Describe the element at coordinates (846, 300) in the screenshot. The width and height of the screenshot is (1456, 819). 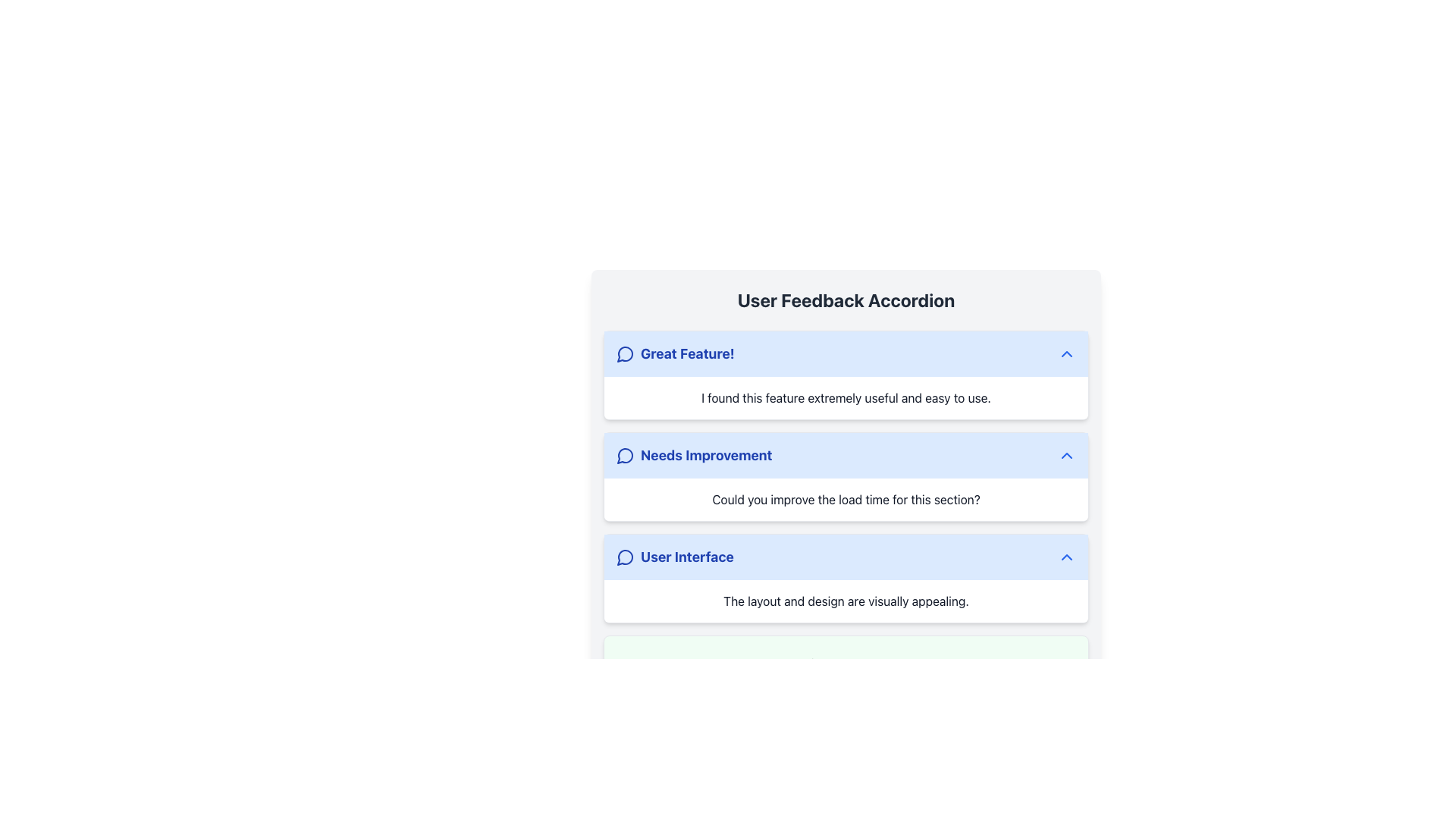
I see `static text label displaying 'User Feedback Accordion' which is prominently positioned at the top of the user feedback section` at that location.